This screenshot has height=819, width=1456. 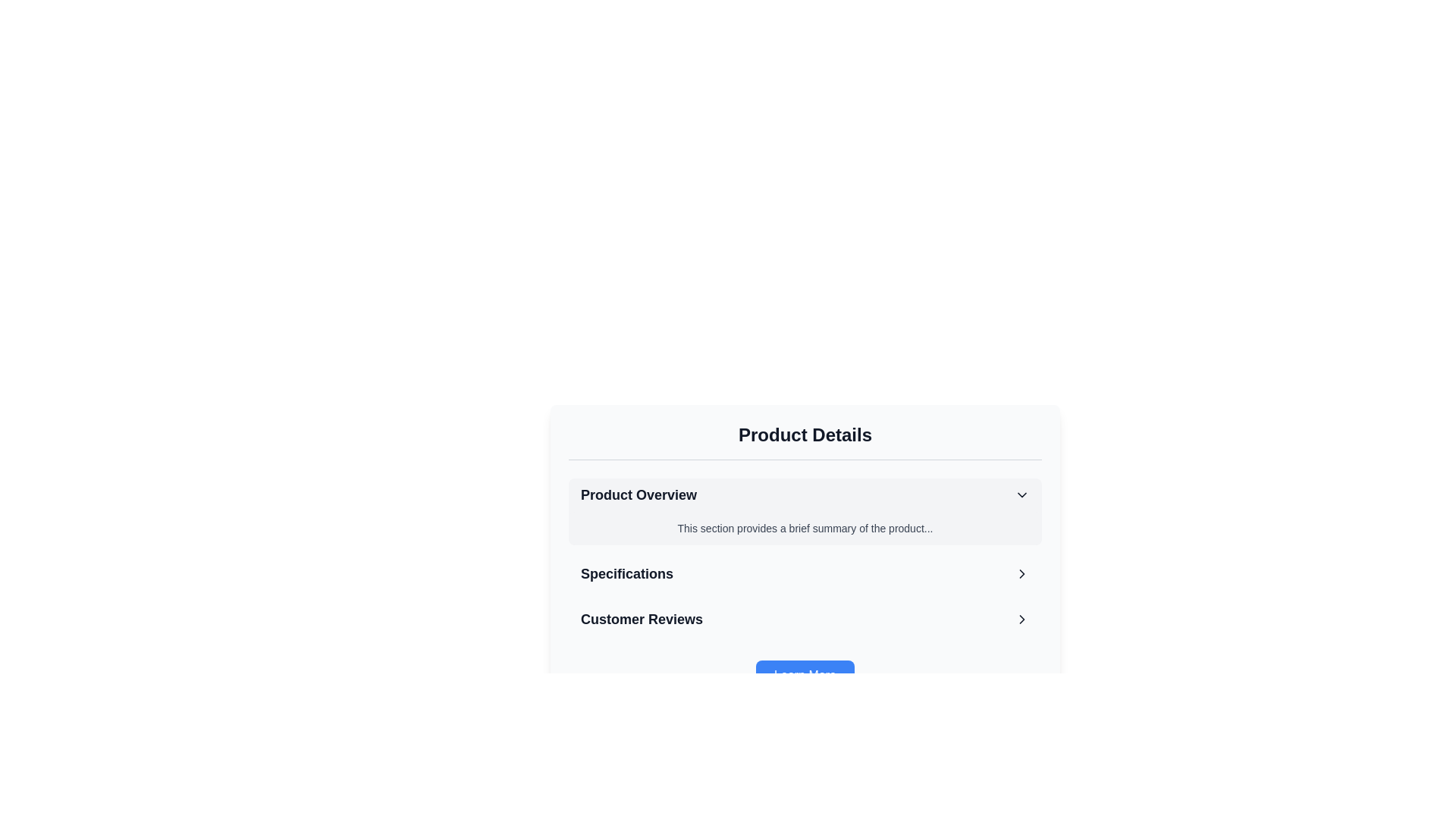 I want to click on the 'Learn More' button located at the bottom of the 'Product Details' section, so click(x=804, y=675).